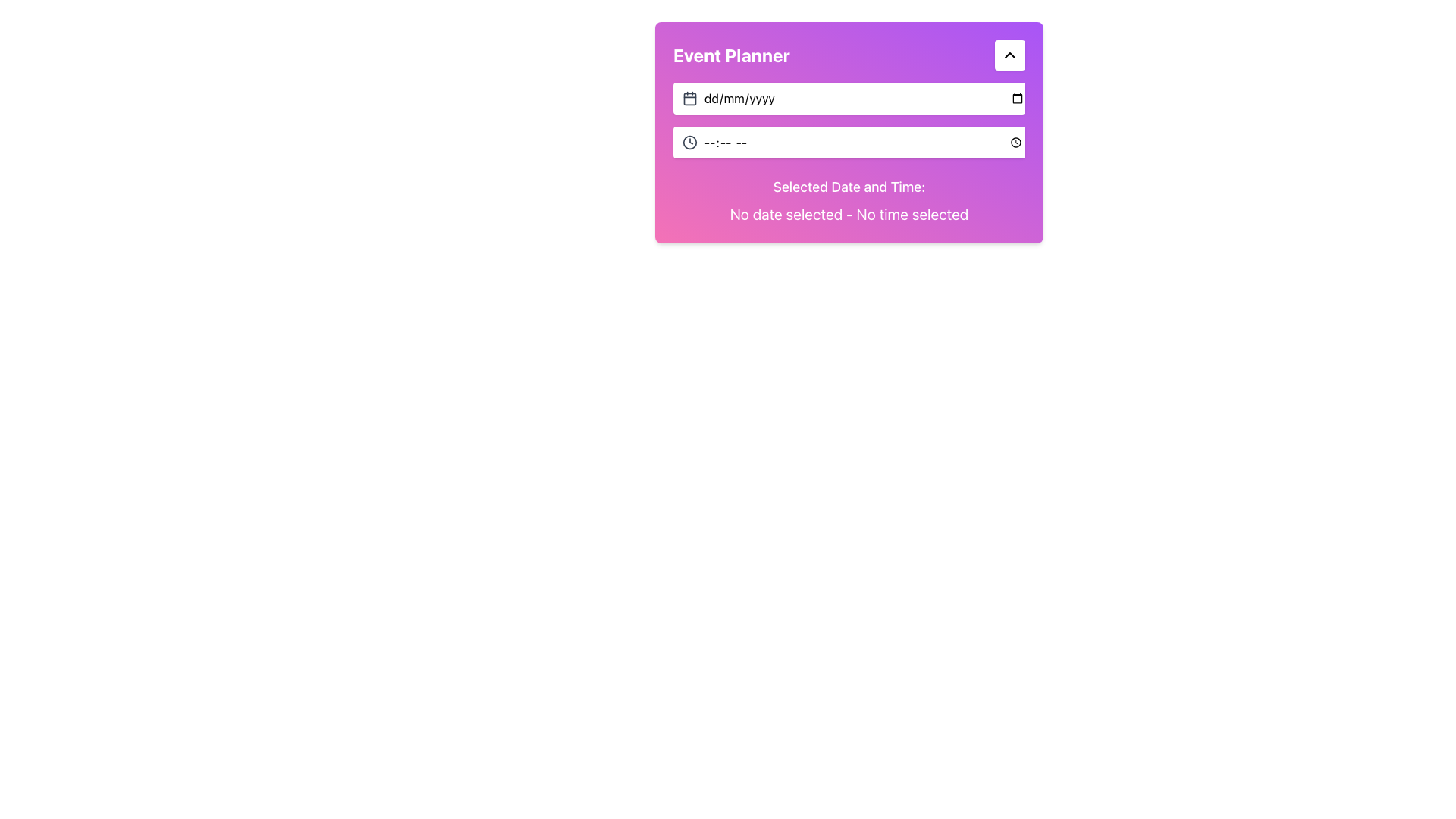  Describe the element at coordinates (689, 143) in the screenshot. I see `the clock icon located on the left side of the time selection input field in the 'Event Planner' panel` at that location.